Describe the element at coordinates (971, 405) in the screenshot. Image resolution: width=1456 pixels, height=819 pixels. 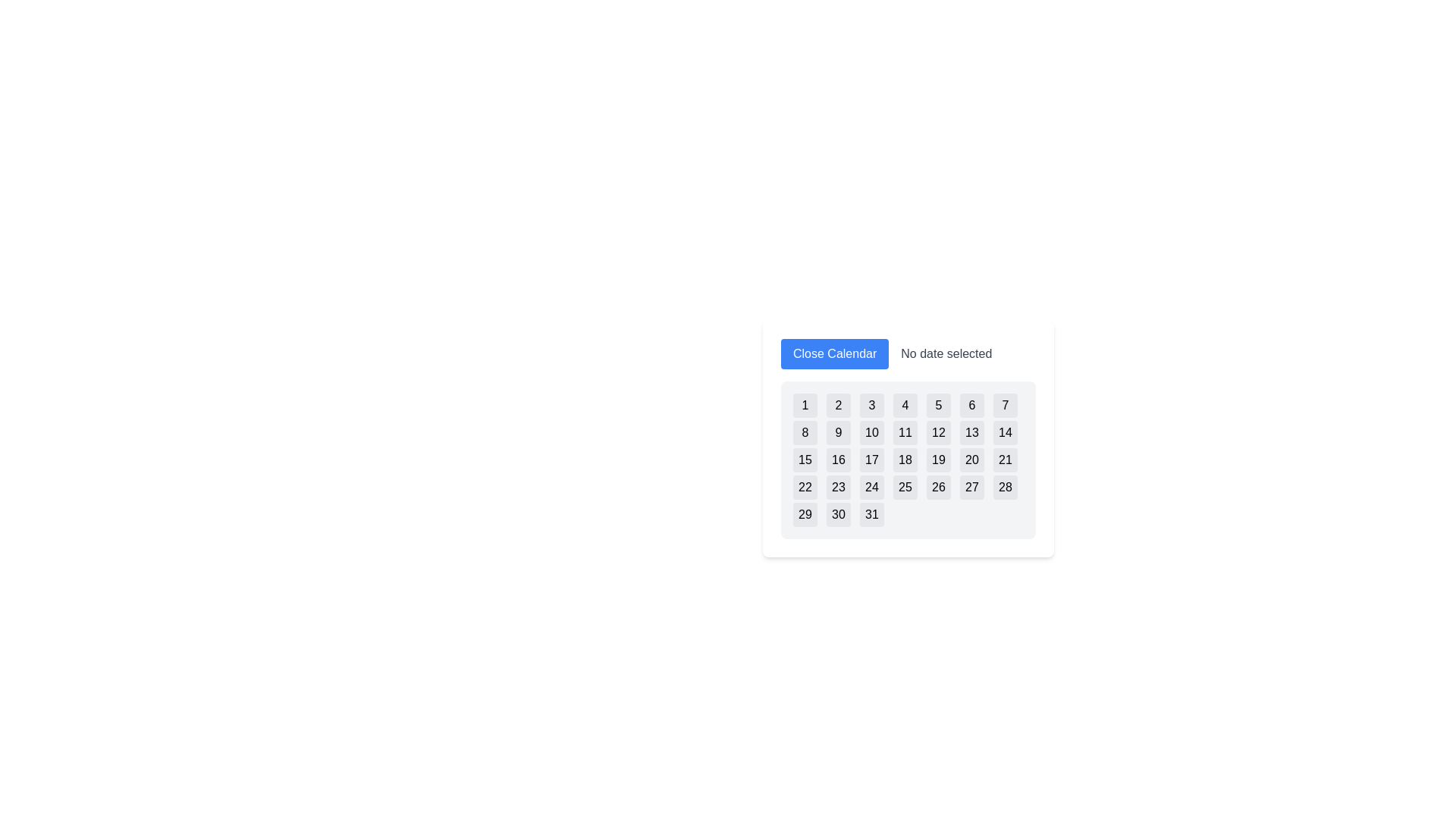
I see `the button representing the number '6' in the calendar grid` at that location.